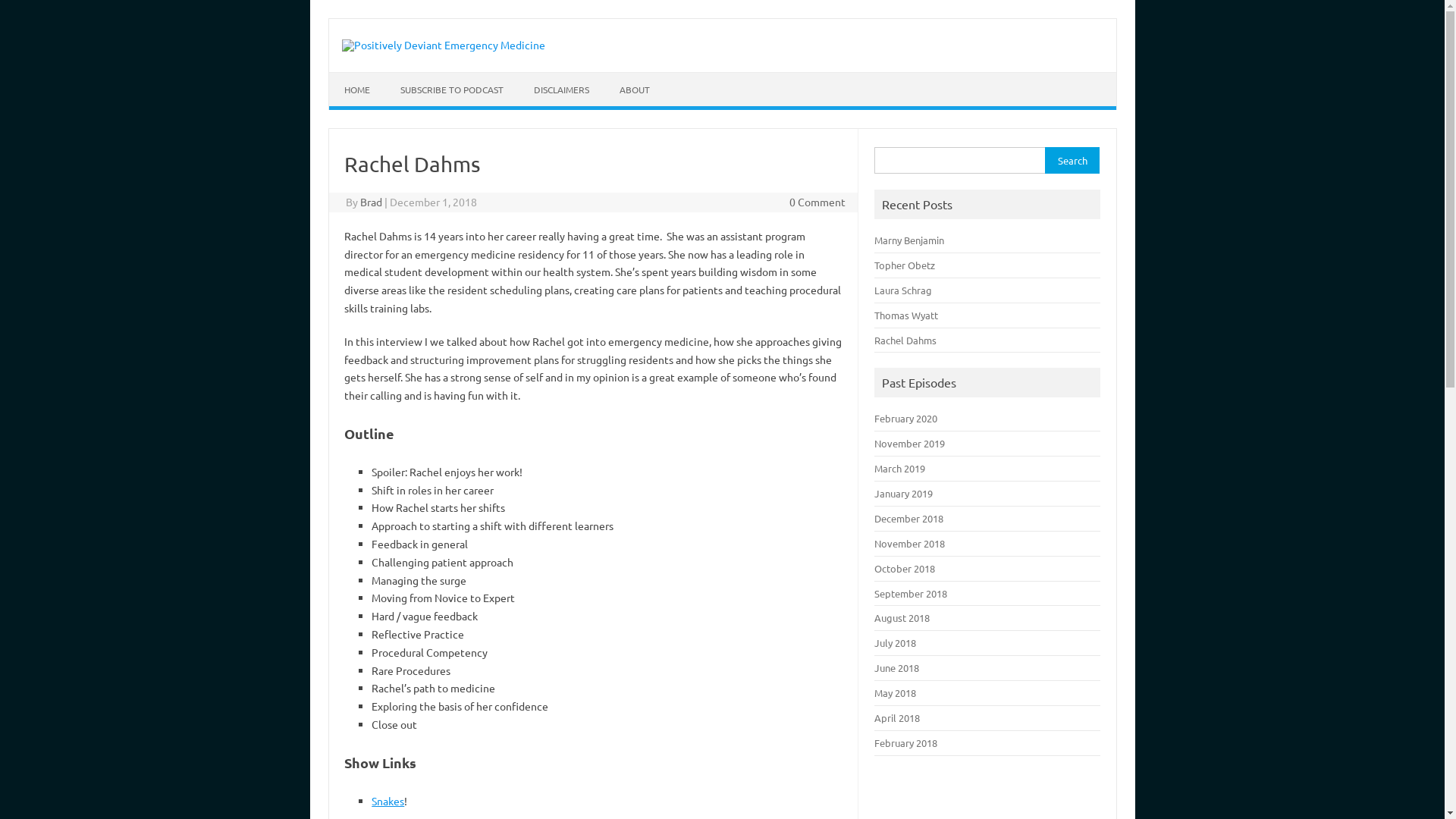 The width and height of the screenshot is (1456, 819). Describe the element at coordinates (896, 667) in the screenshot. I see `'June 2018'` at that location.